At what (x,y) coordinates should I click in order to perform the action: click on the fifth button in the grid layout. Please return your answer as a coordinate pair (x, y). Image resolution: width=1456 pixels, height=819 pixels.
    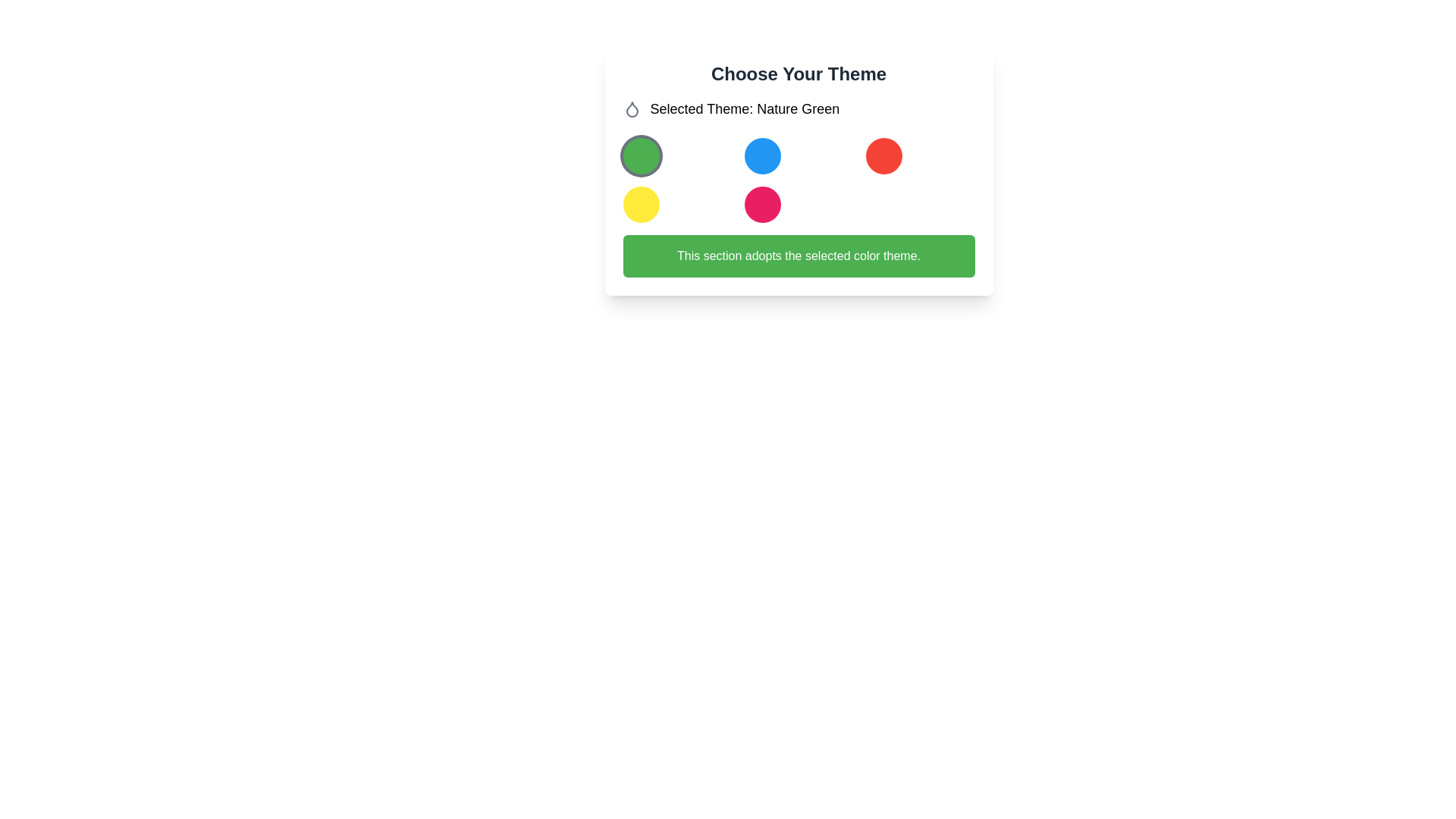
    Looking at the image, I should click on (762, 205).